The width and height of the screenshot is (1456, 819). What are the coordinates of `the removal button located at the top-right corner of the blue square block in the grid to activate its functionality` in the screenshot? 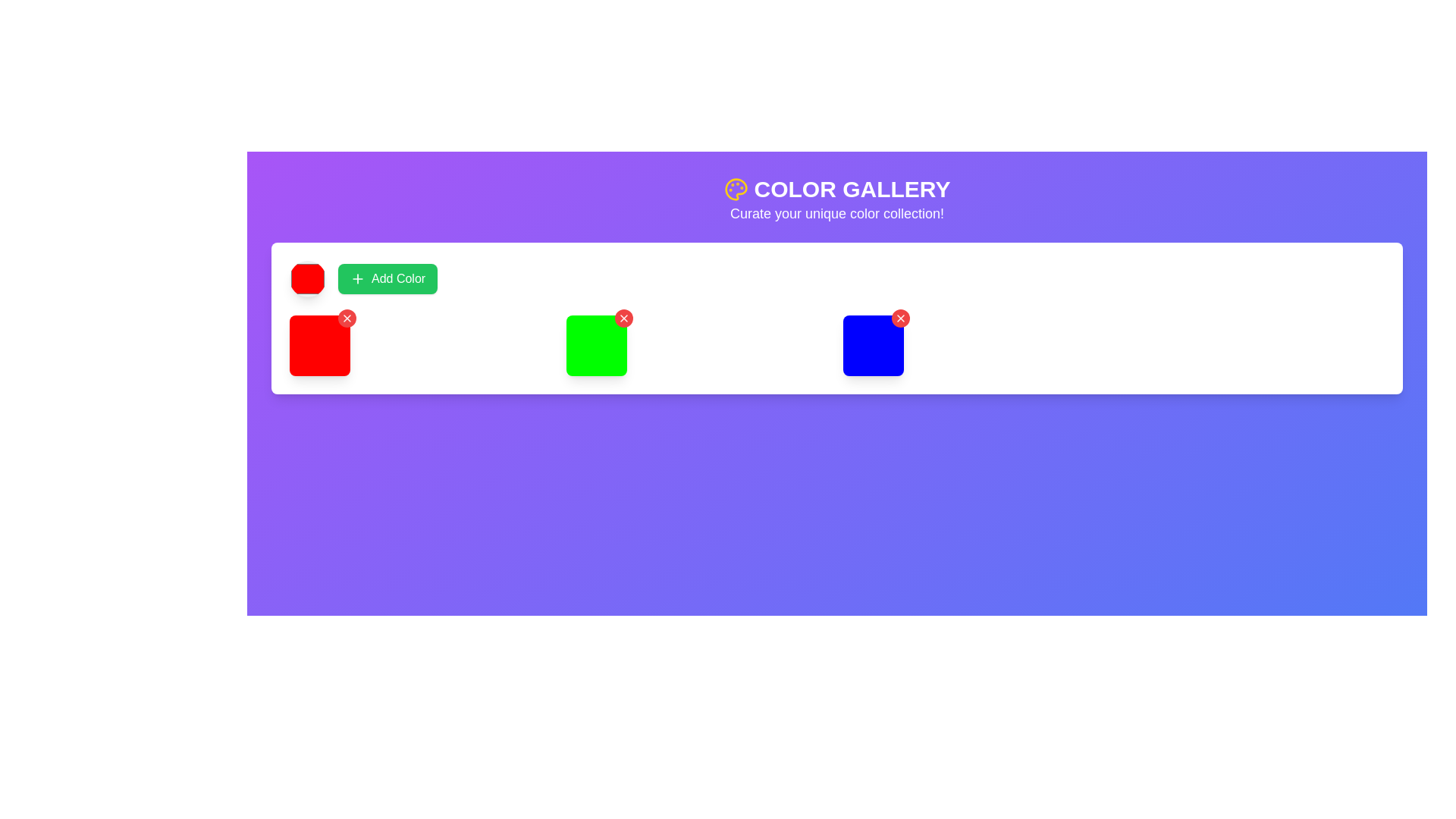 It's located at (901, 318).